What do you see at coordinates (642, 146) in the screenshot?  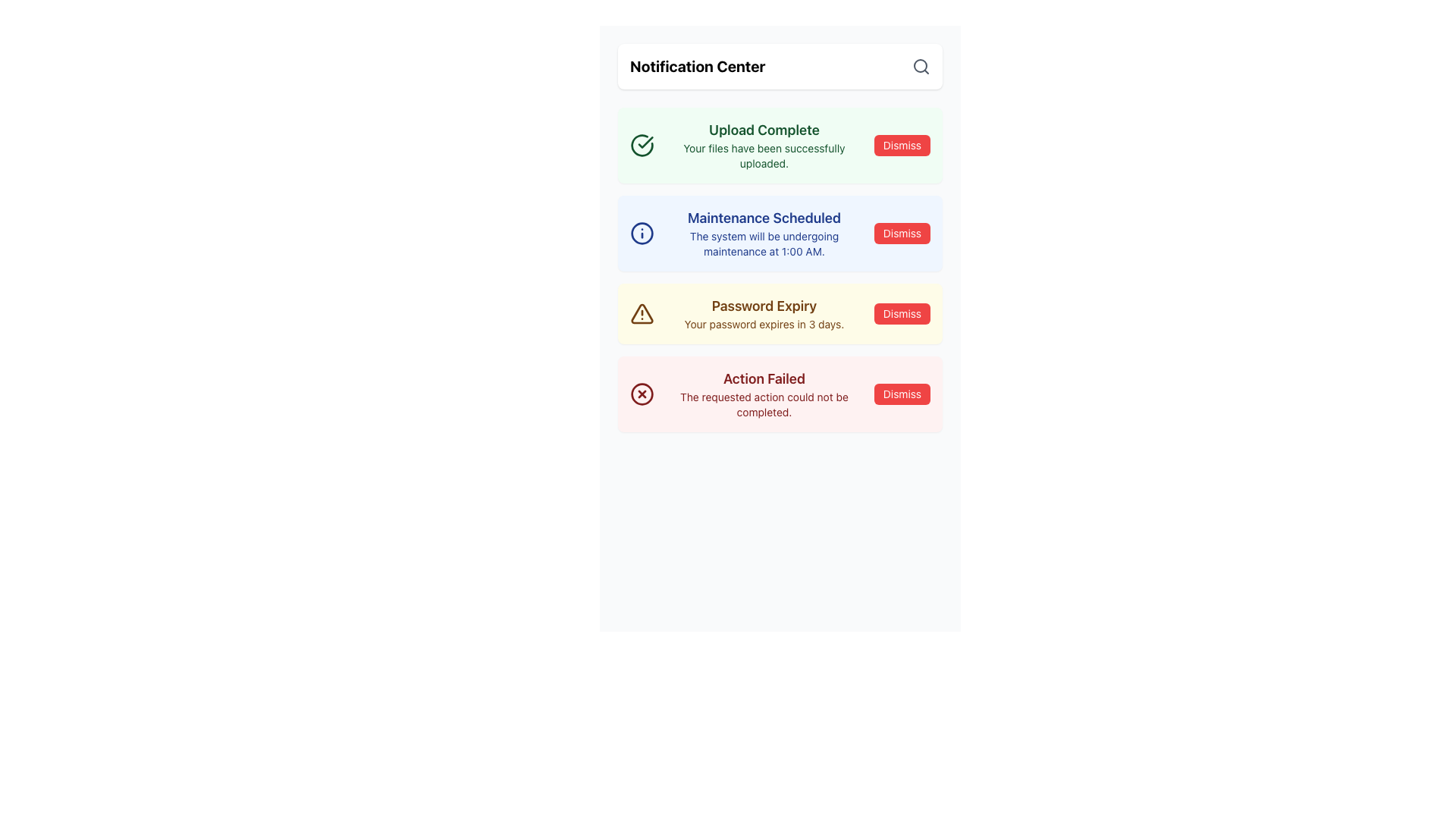 I see `the decorative icon located in the top-left corner of the 'Upload Complete' green notification card to indicate successful upload completion` at bounding box center [642, 146].